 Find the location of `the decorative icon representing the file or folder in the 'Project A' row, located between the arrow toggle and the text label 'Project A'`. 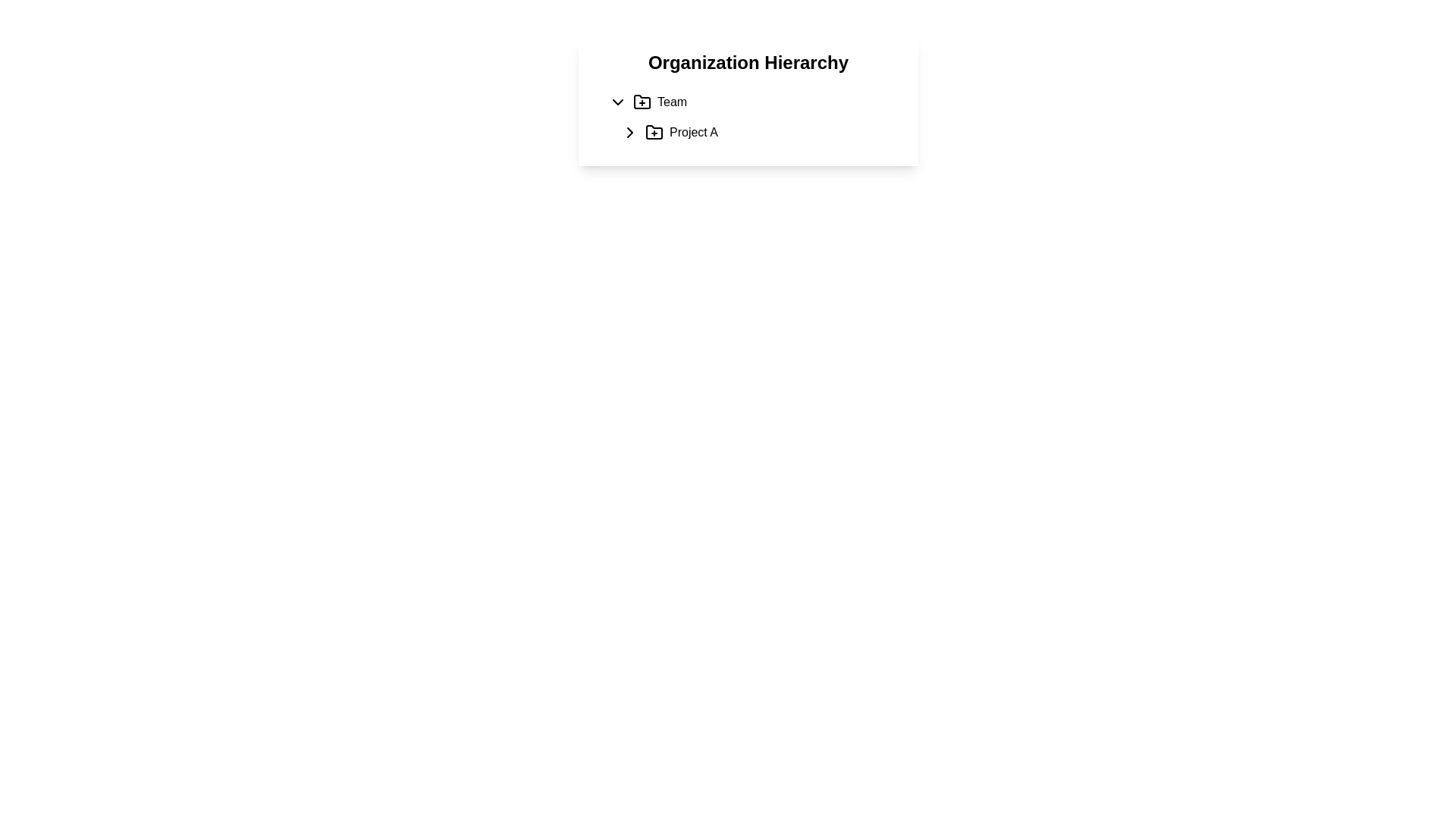

the decorative icon representing the file or folder in the 'Project A' row, located between the arrow toggle and the text label 'Project A' is located at coordinates (654, 131).